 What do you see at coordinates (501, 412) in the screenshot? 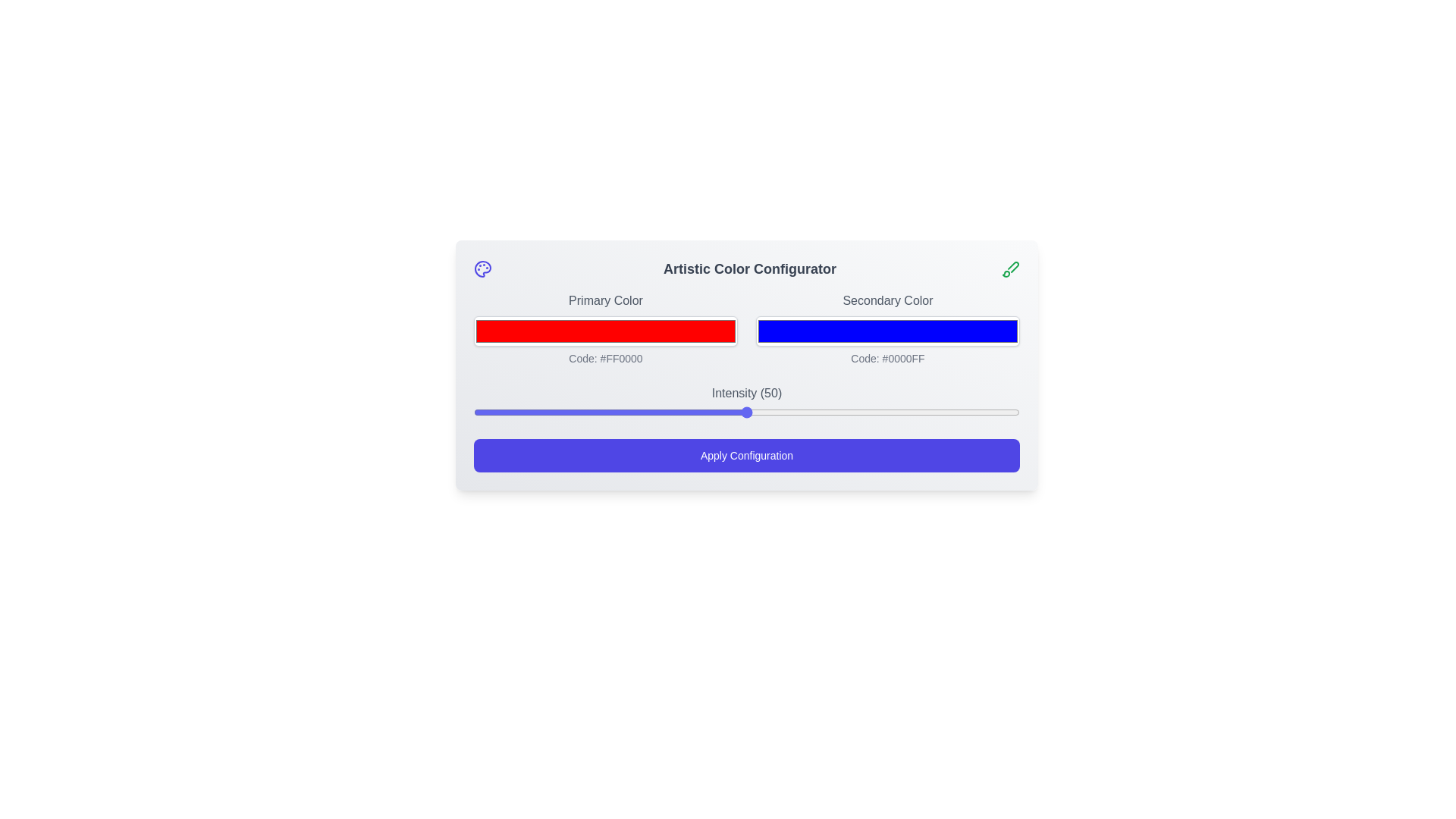
I see `the intensity to 5 using the slider control` at bounding box center [501, 412].